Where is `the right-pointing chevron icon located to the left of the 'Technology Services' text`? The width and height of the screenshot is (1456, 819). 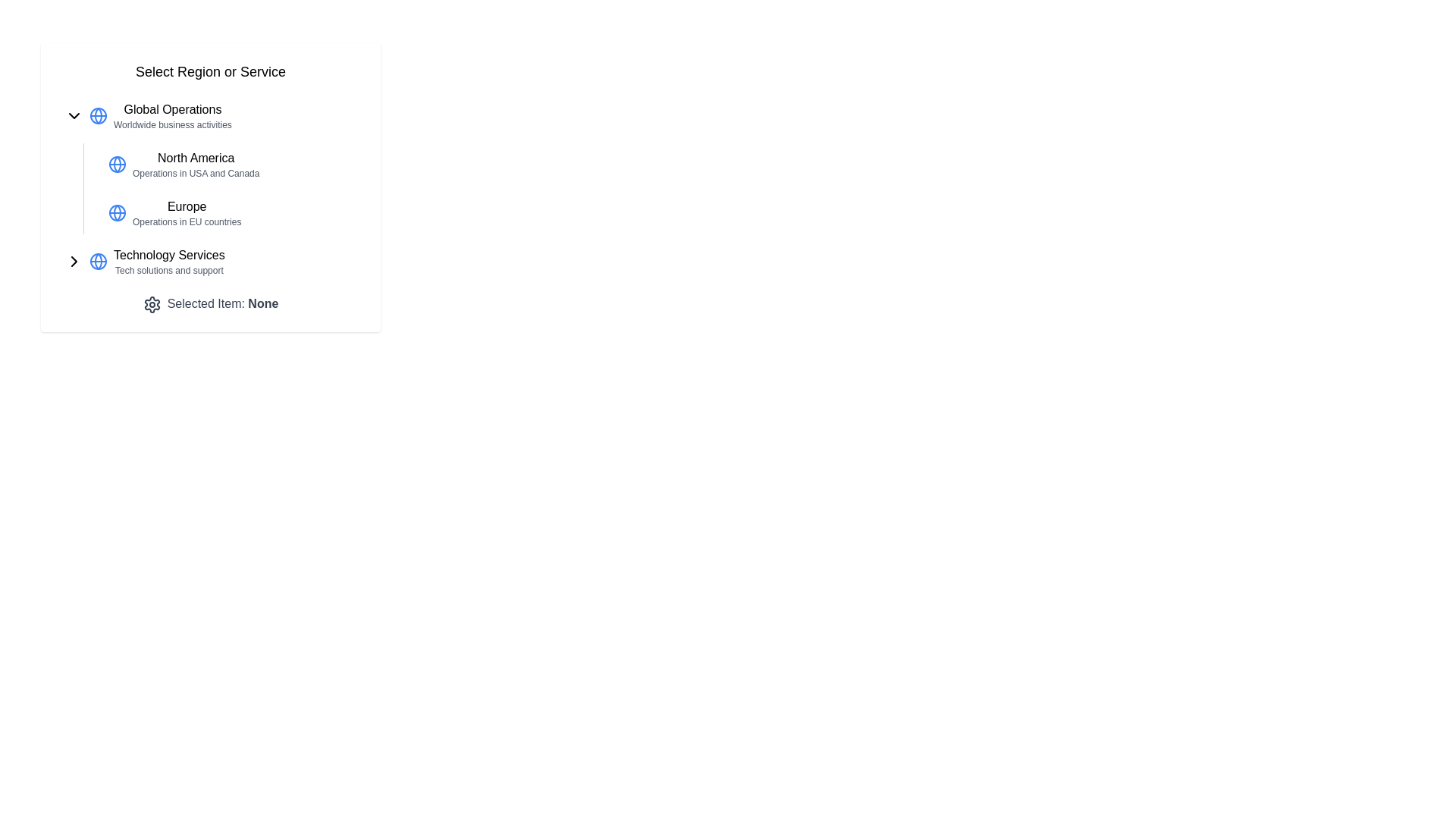
the right-pointing chevron icon located to the left of the 'Technology Services' text is located at coordinates (73, 260).